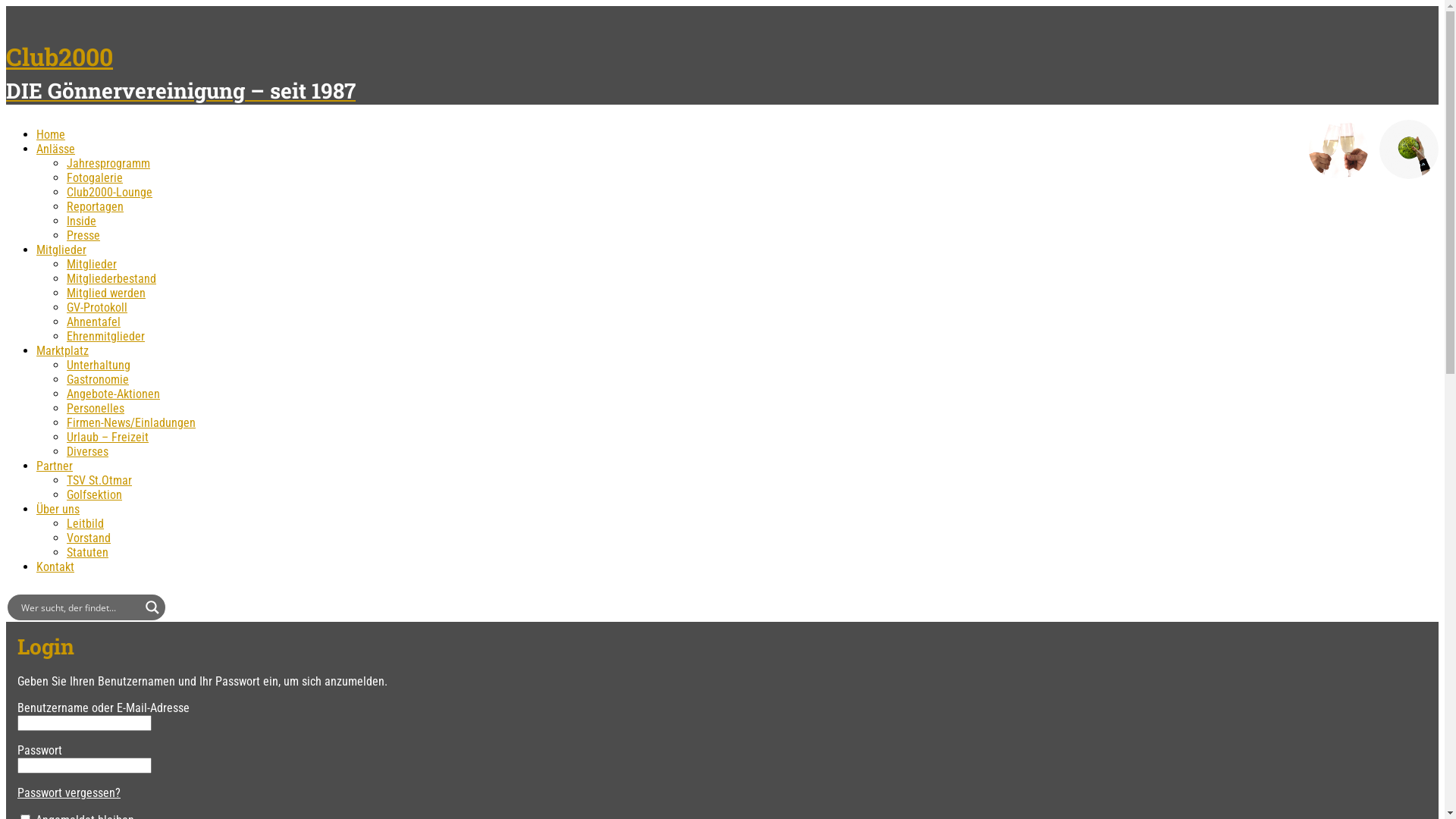  What do you see at coordinates (112, 393) in the screenshot?
I see `'Angebote-Aktionen'` at bounding box center [112, 393].